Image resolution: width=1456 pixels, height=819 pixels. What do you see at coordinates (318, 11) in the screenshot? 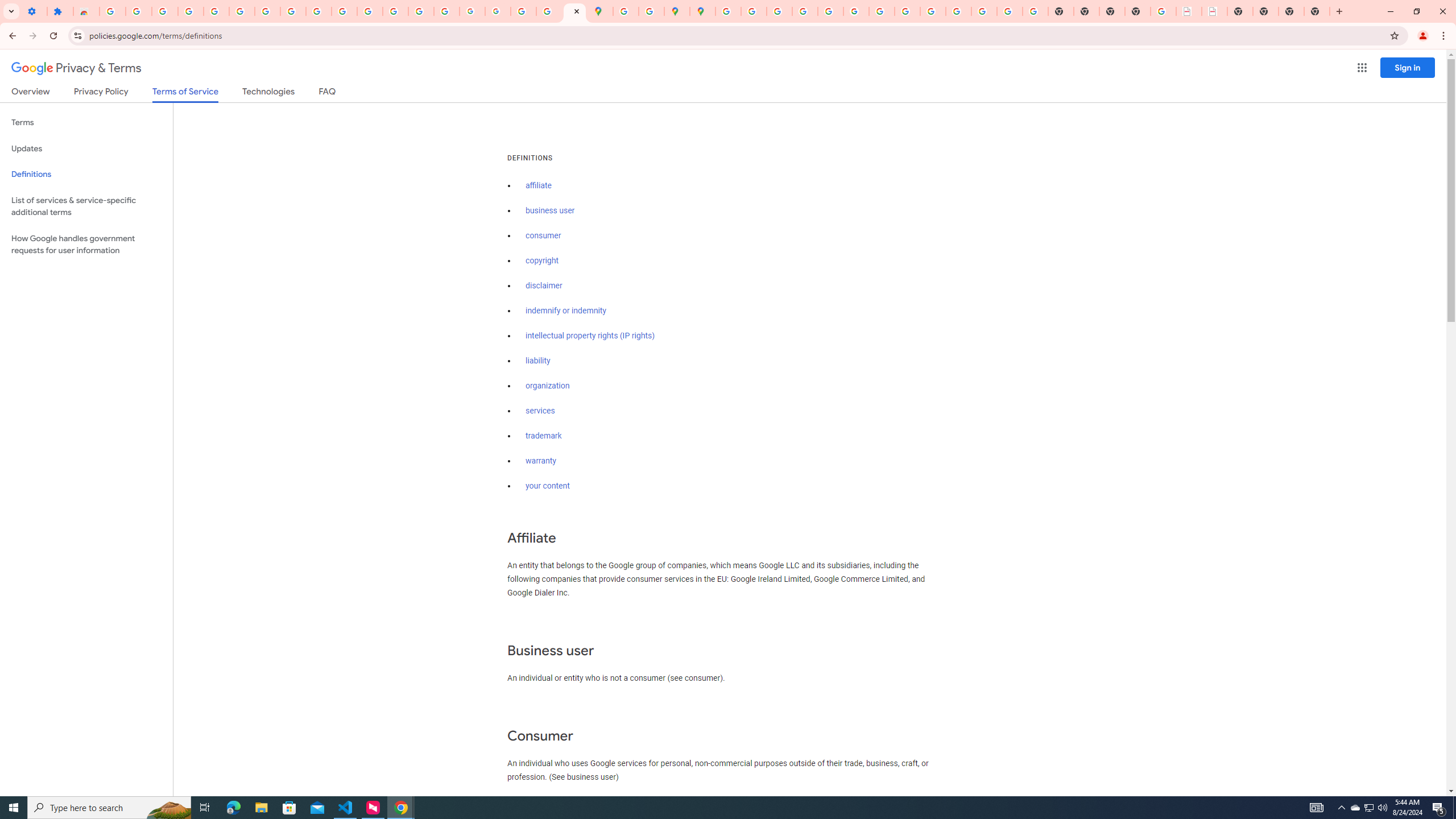
I see `'YouTube'` at bounding box center [318, 11].